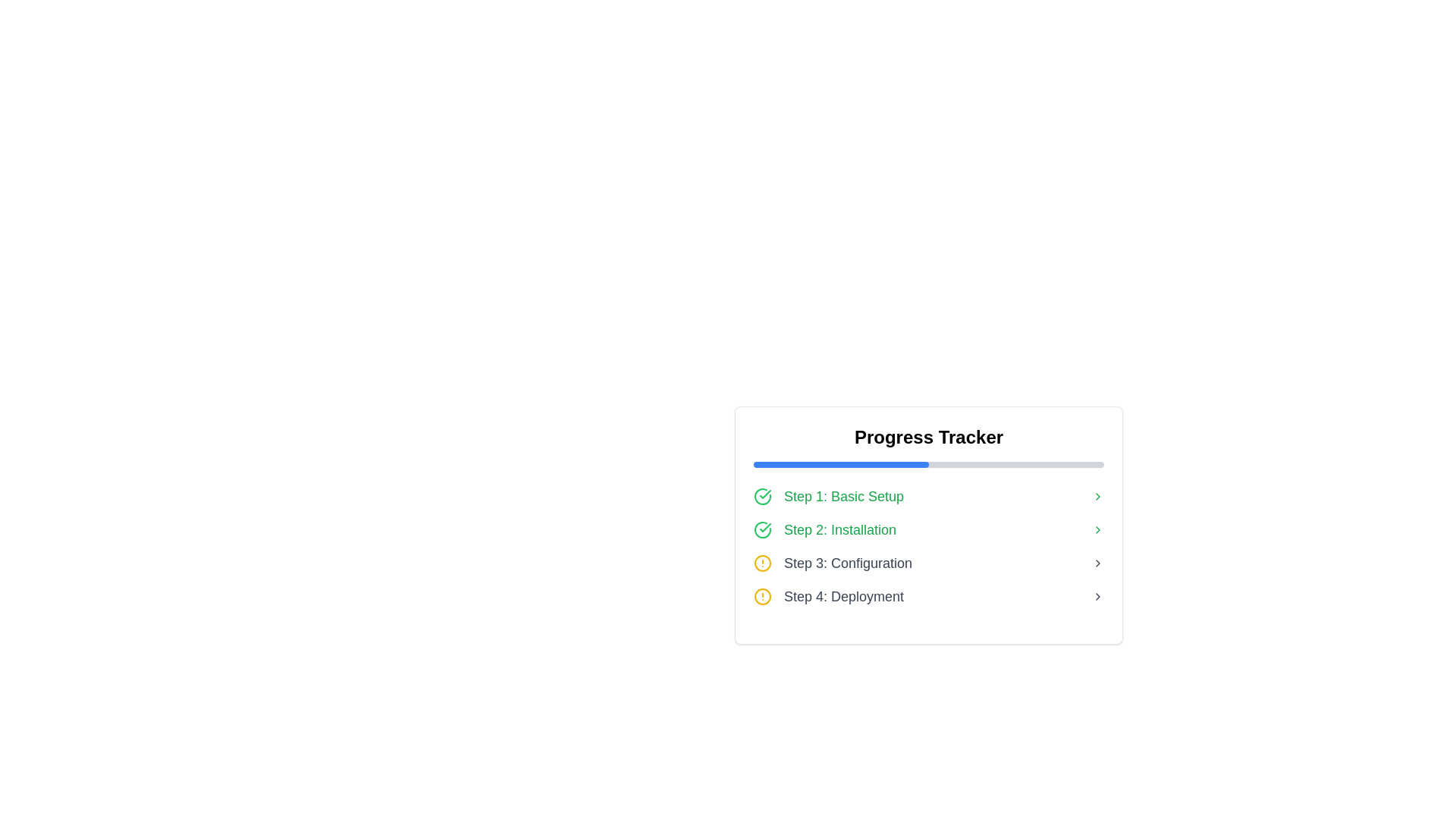  Describe the element at coordinates (927, 529) in the screenshot. I see `the Progress Step Indicator, which indicates that the installation step is complete and is the second item in the vertical list under 'Progress Tracker'` at that location.